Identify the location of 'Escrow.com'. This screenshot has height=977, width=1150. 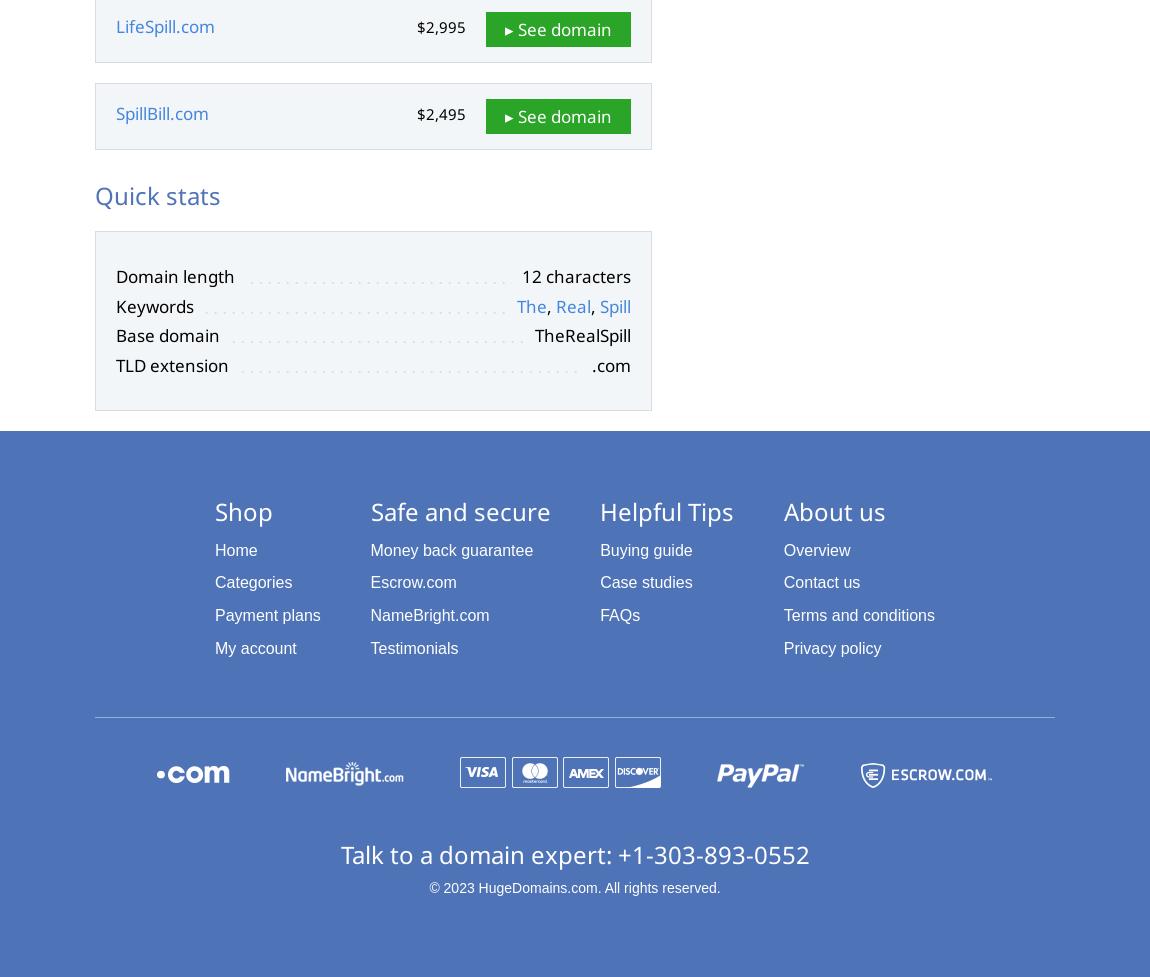
(412, 581).